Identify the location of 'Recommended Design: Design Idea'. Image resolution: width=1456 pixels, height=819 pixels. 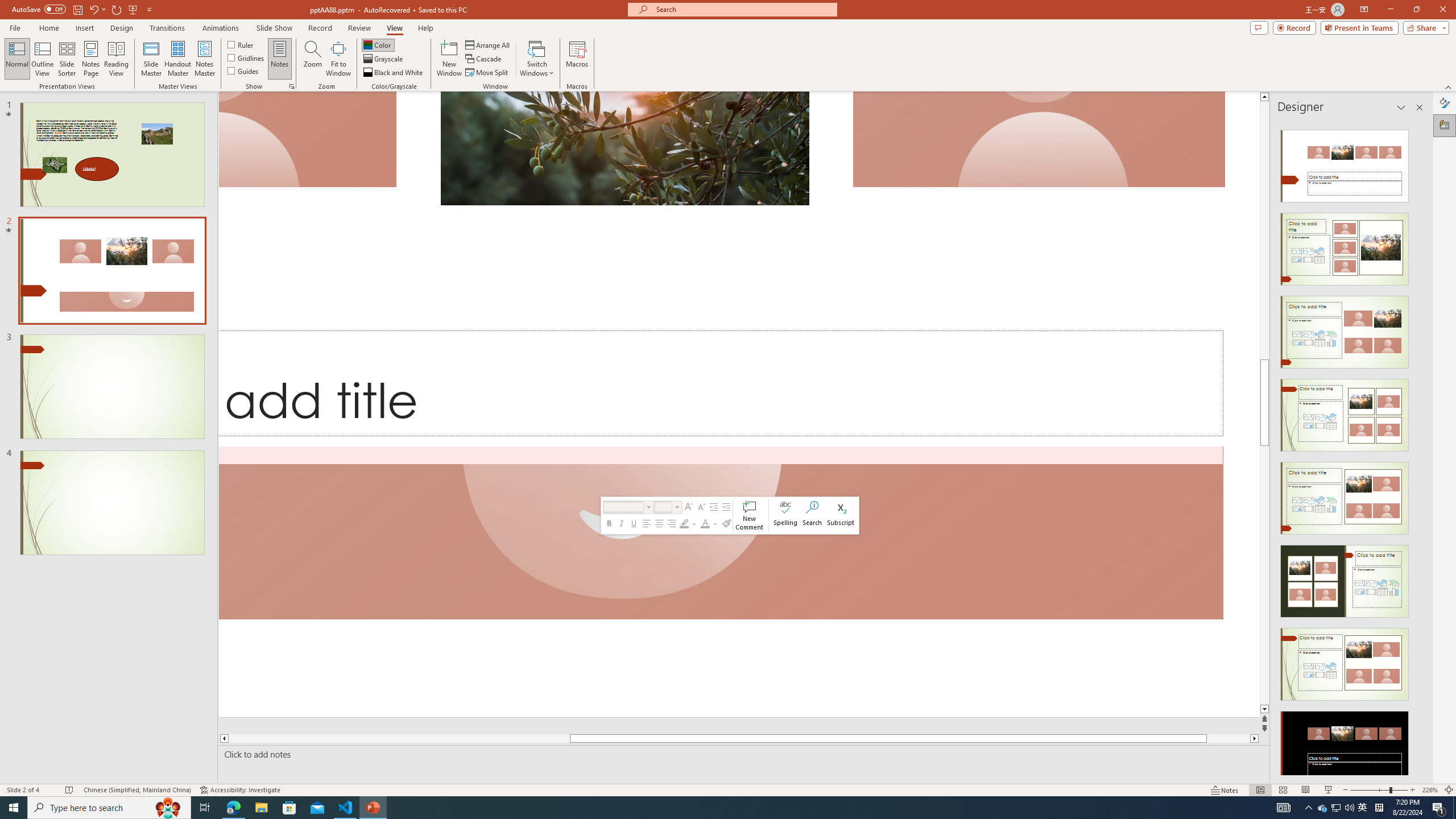
(1345, 162).